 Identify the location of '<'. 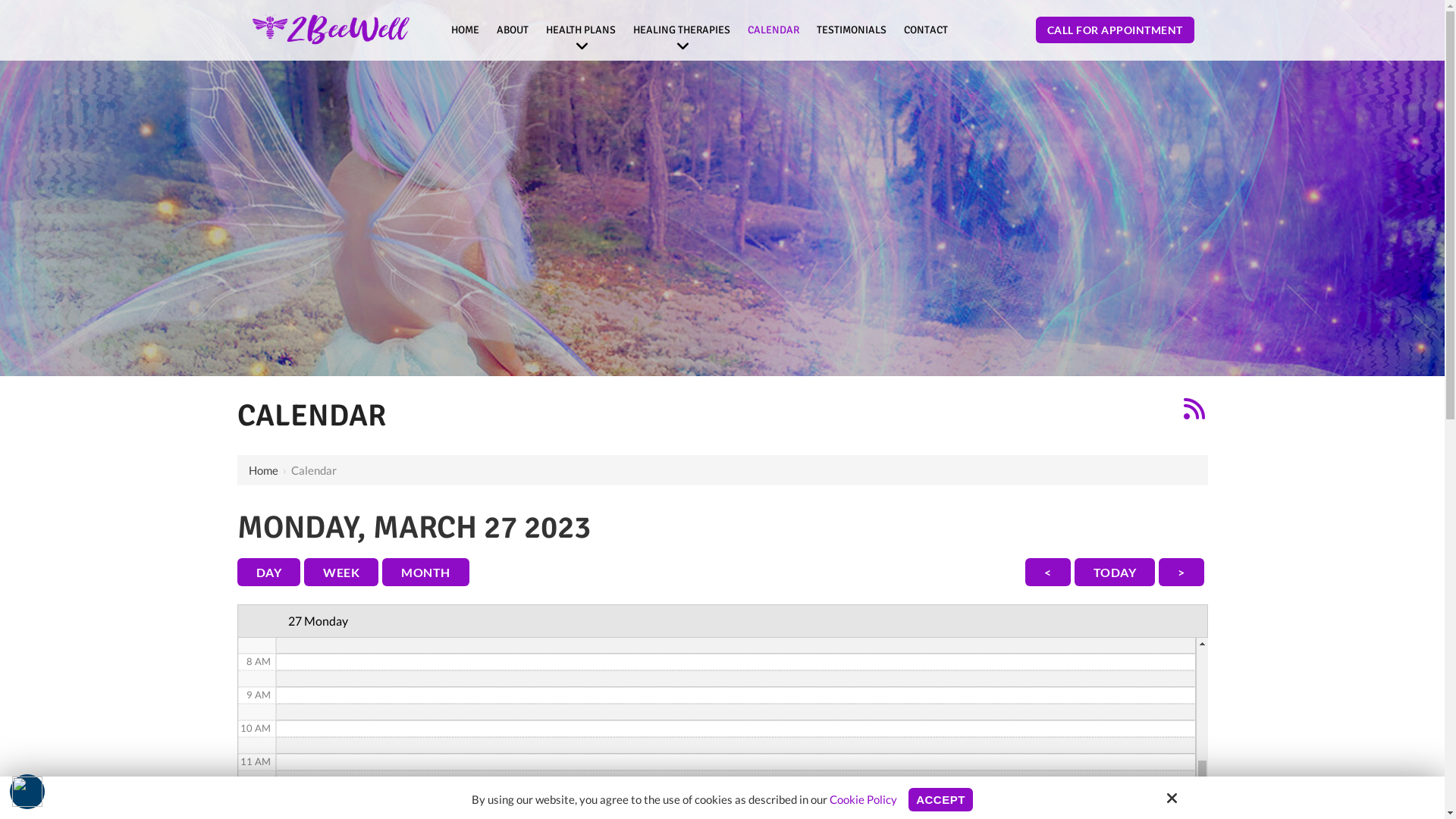
(1047, 572).